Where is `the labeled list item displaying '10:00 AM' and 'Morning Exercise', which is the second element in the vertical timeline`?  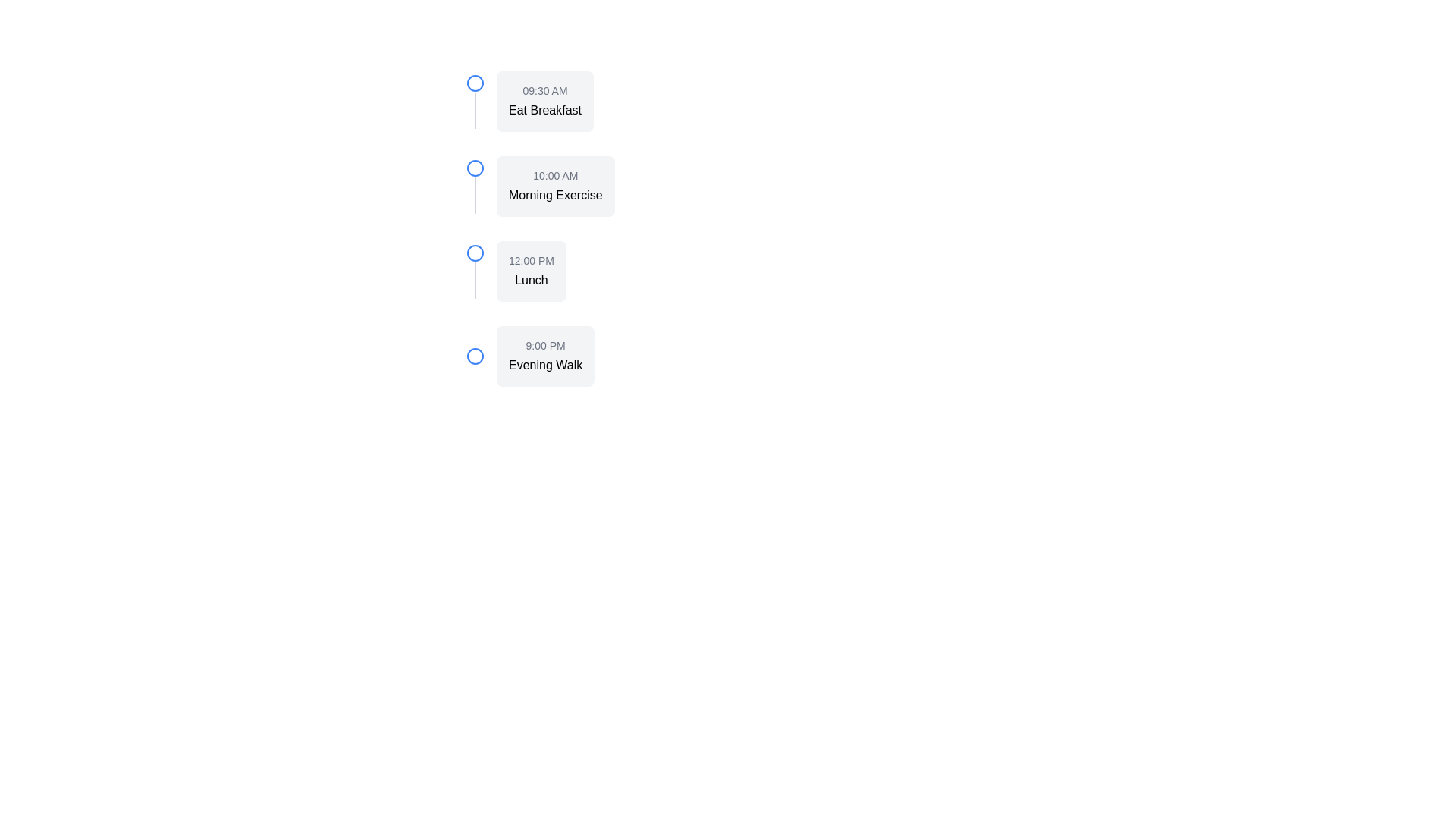 the labeled list item displaying '10:00 AM' and 'Morning Exercise', which is the second element in the vertical timeline is located at coordinates (623, 186).